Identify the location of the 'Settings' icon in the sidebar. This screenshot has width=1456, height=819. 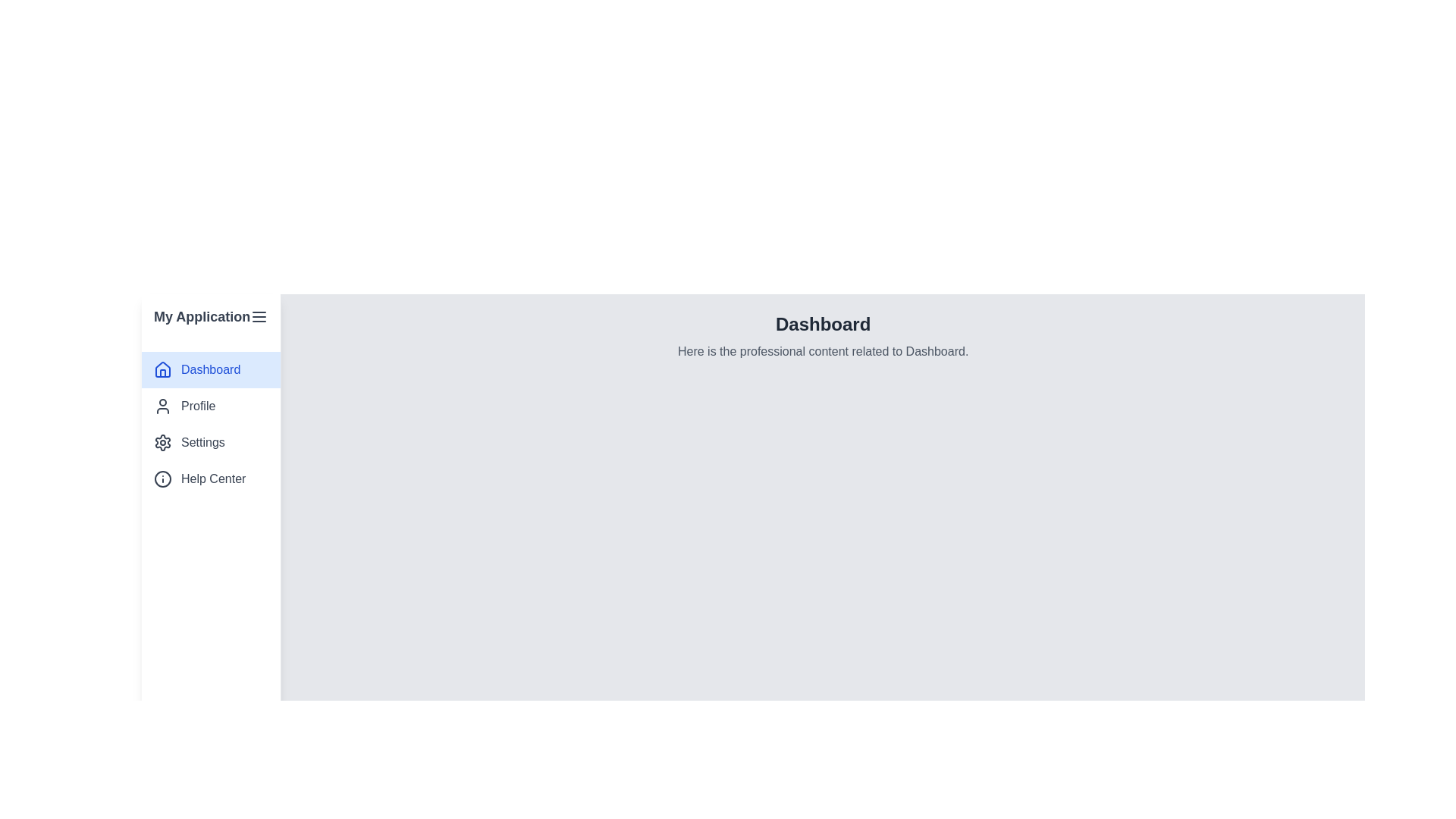
(163, 442).